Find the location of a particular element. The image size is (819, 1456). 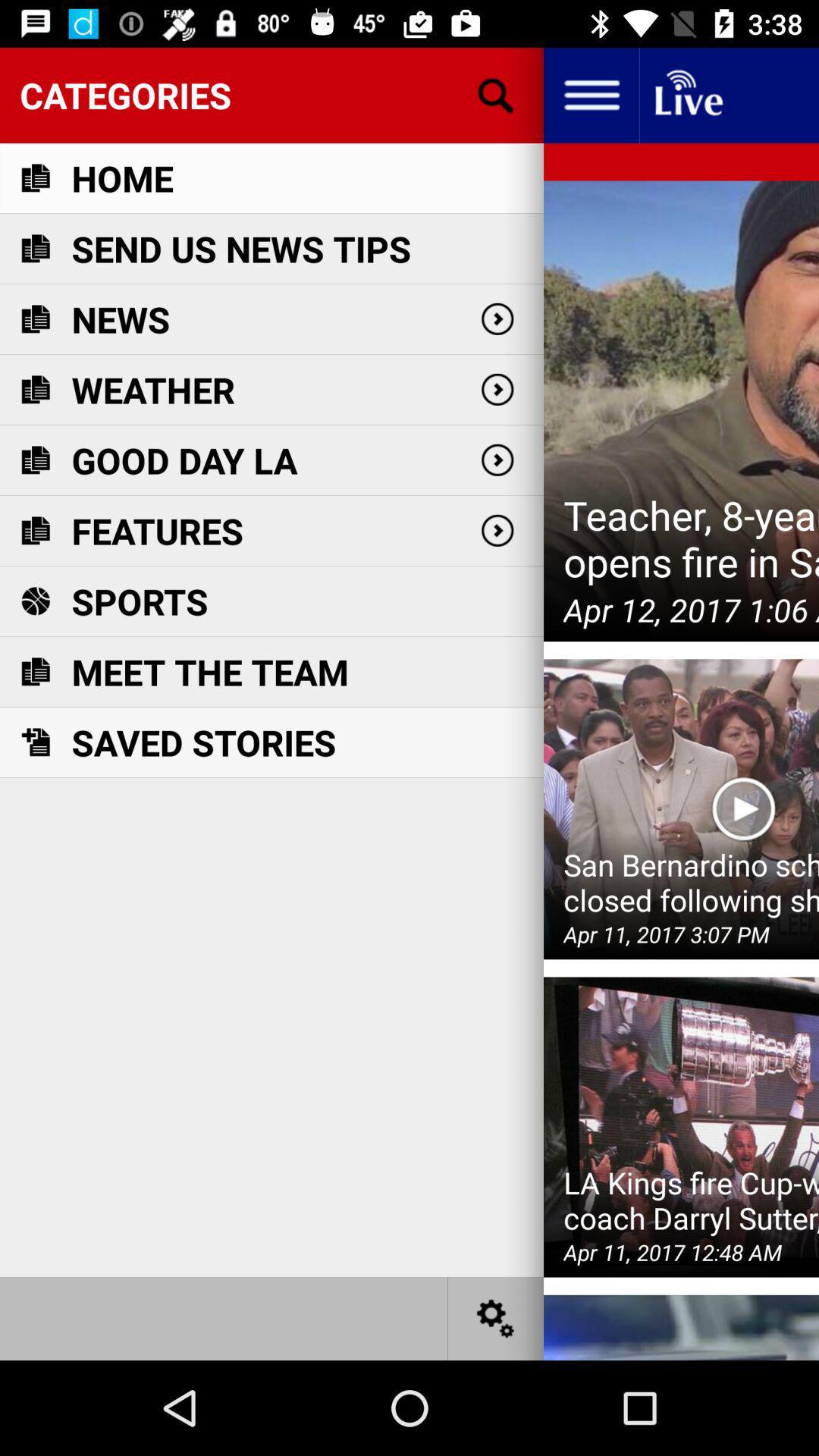

the settings icon is located at coordinates (496, 1317).